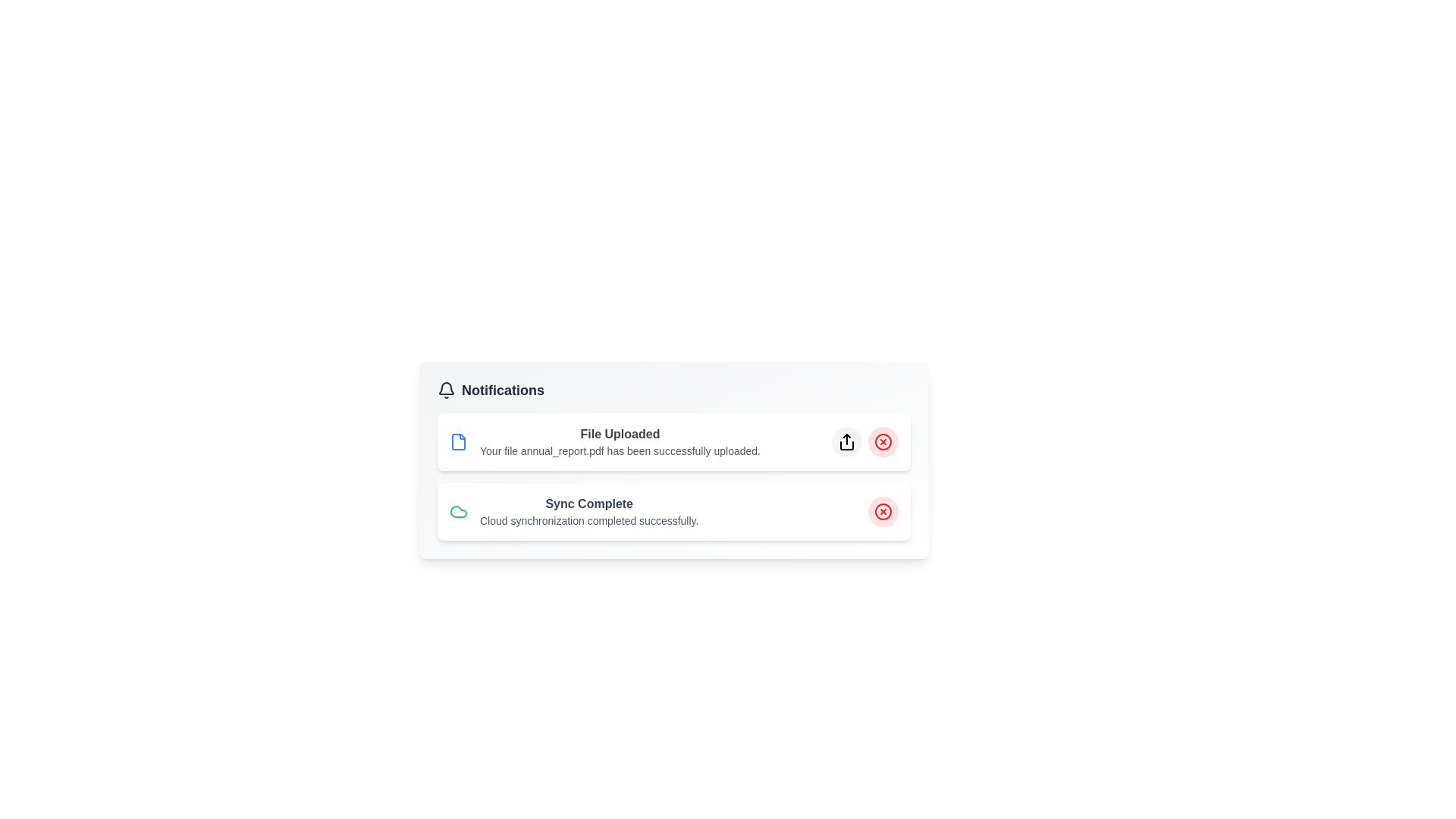 The width and height of the screenshot is (1456, 819). Describe the element at coordinates (883, 512) in the screenshot. I see `the circular red button with a white 'X' symbol located at the far-right side of the 'Sync Complete' notification card to change its background shade` at that location.